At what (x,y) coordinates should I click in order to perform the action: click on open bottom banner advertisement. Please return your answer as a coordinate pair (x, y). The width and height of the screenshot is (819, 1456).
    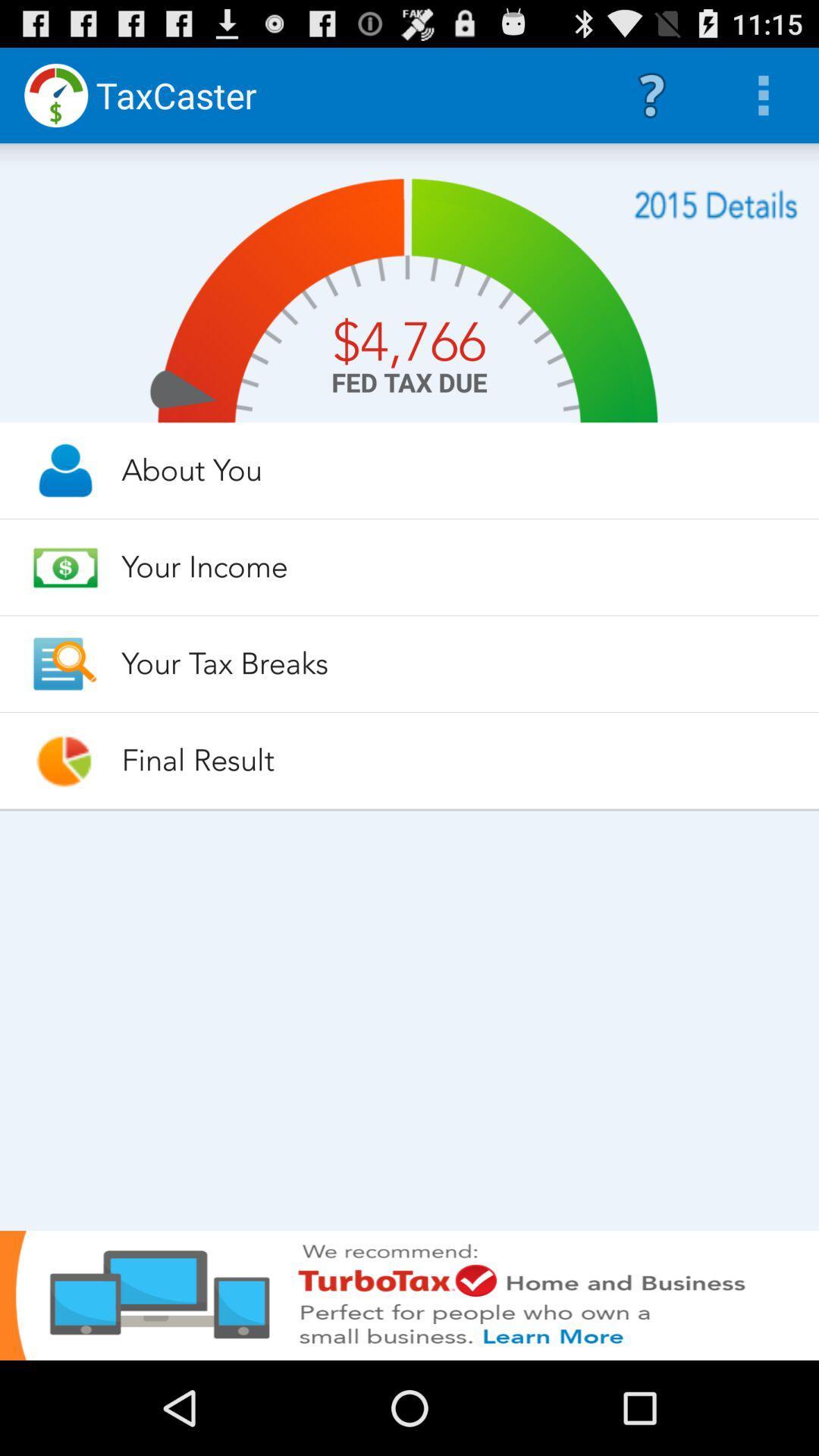
    Looking at the image, I should click on (409, 1294).